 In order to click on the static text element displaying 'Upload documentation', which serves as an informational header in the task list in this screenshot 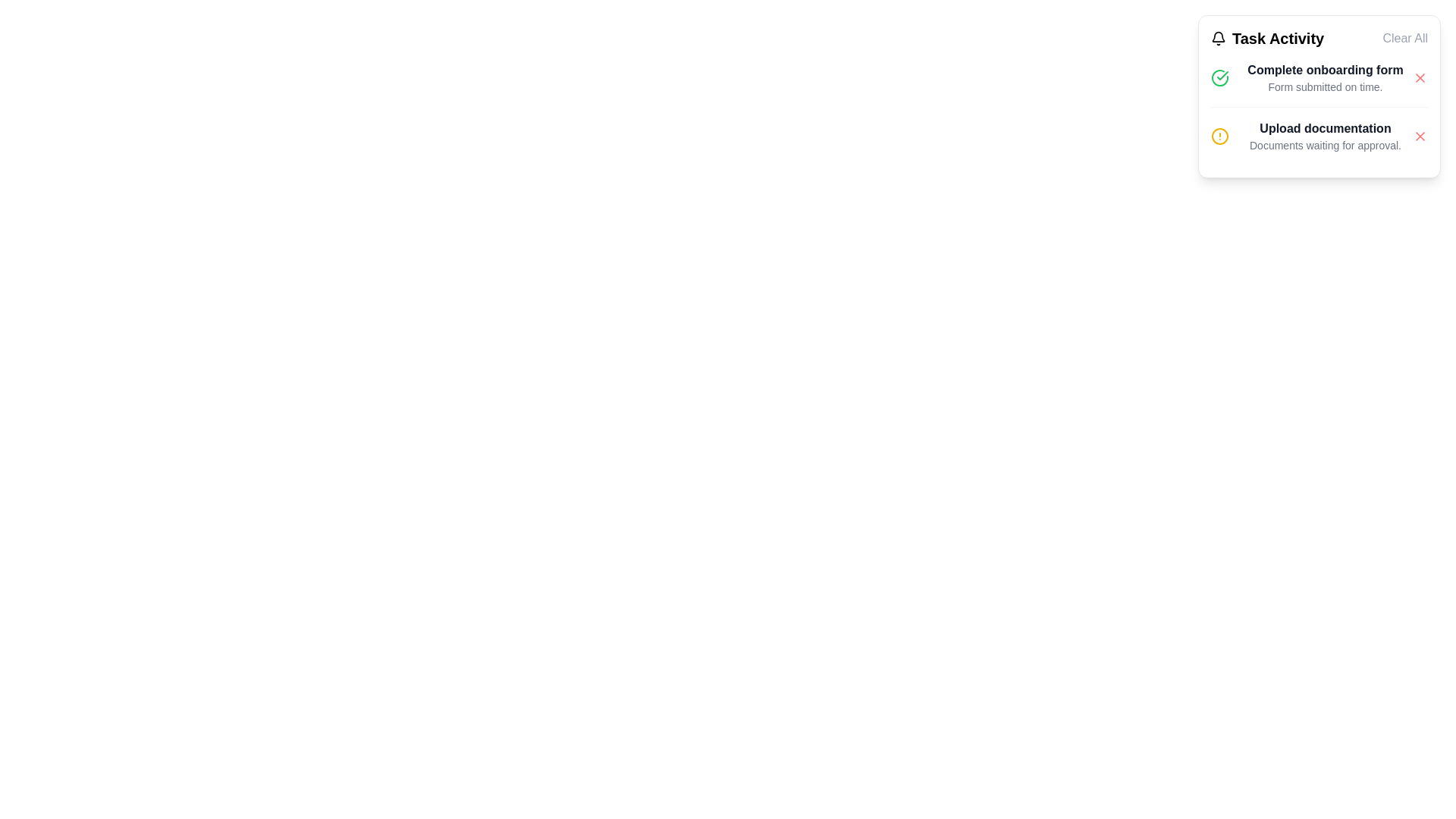, I will do `click(1324, 127)`.